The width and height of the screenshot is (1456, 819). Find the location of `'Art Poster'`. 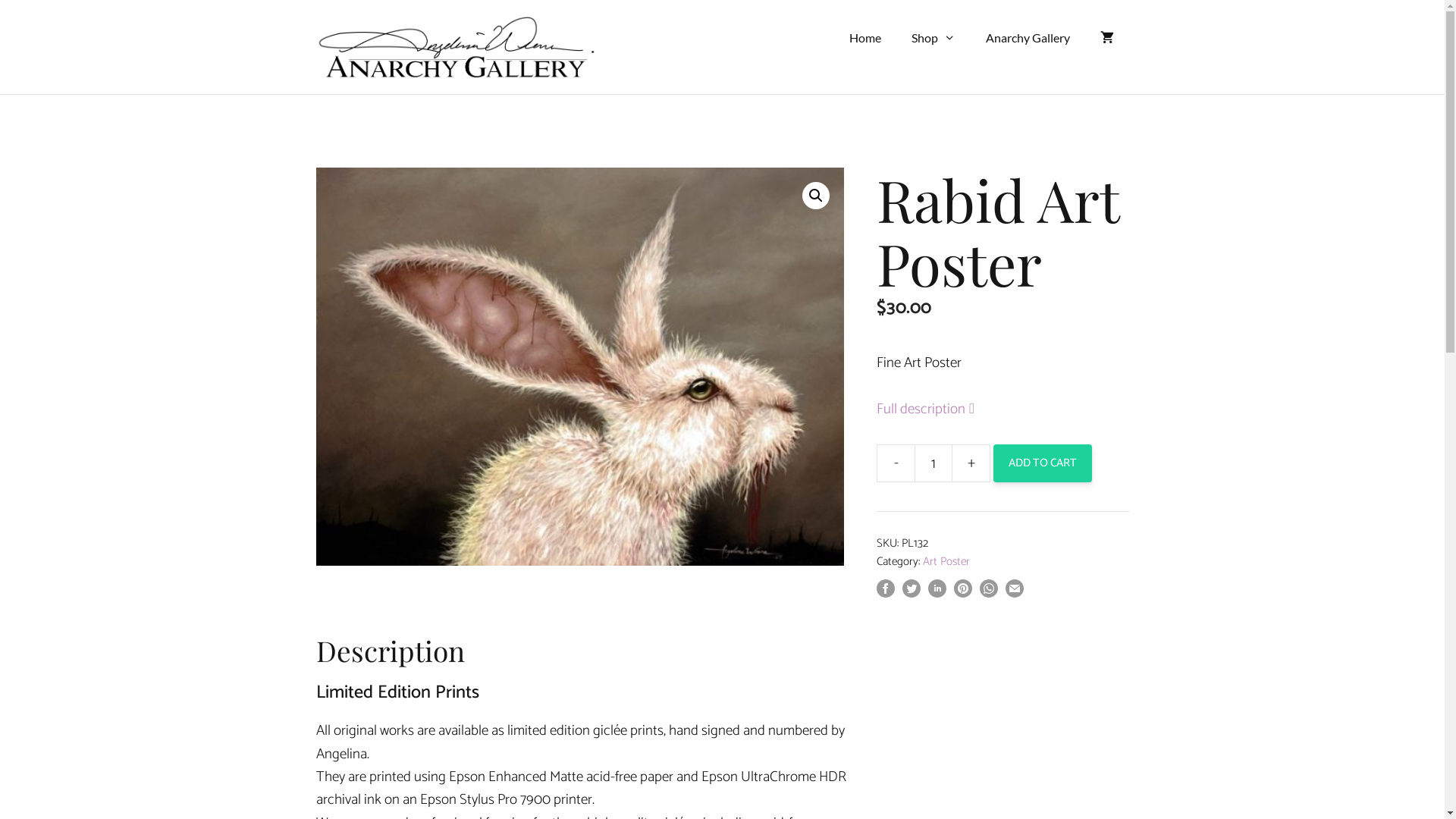

'Art Poster' is located at coordinates (946, 561).